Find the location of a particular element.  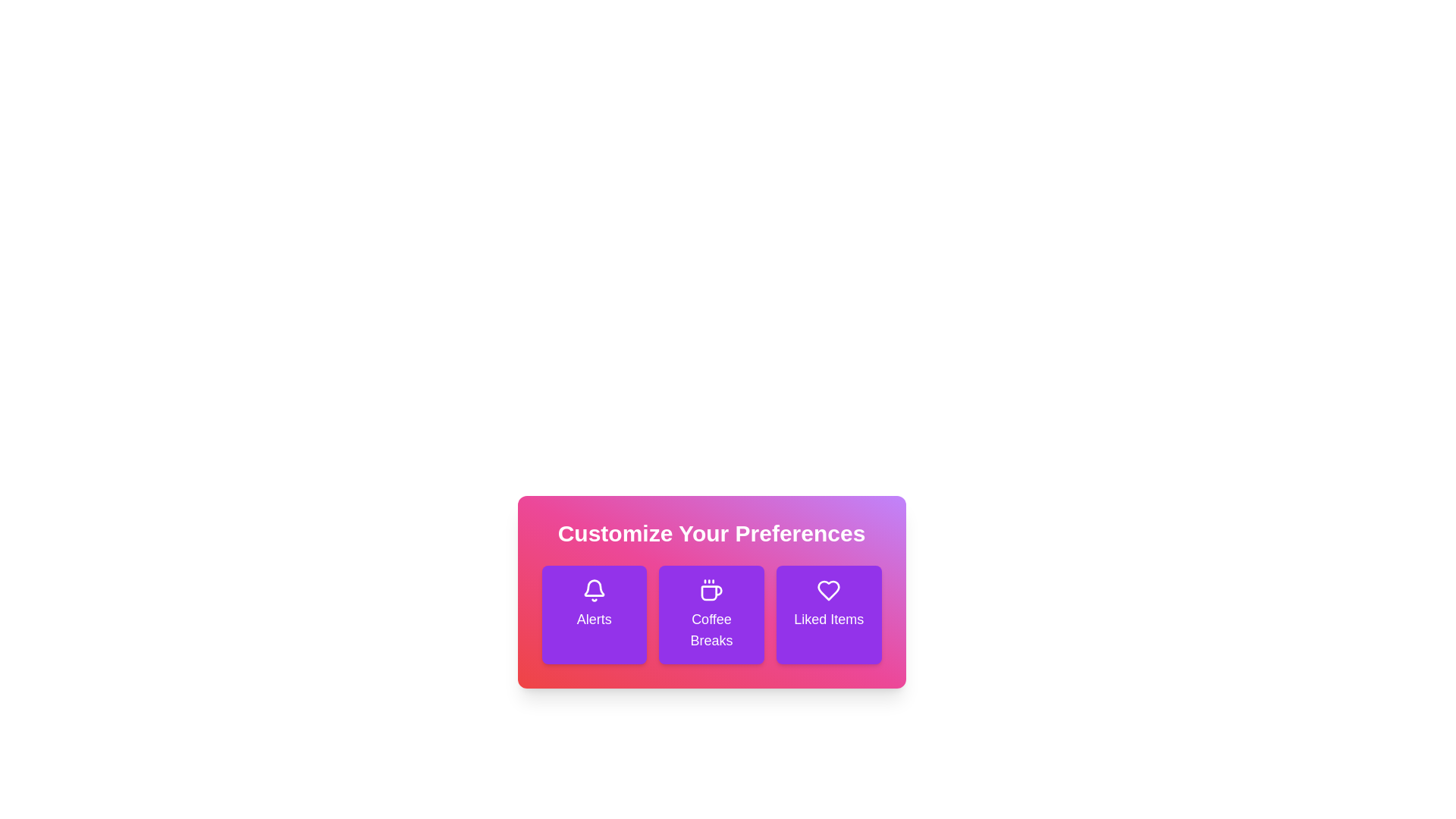

the 'Coffee Breaks' selectable card located in the colorful area labeled 'Customize Your Preferences' to trigger the hover effect is located at coordinates (711, 614).